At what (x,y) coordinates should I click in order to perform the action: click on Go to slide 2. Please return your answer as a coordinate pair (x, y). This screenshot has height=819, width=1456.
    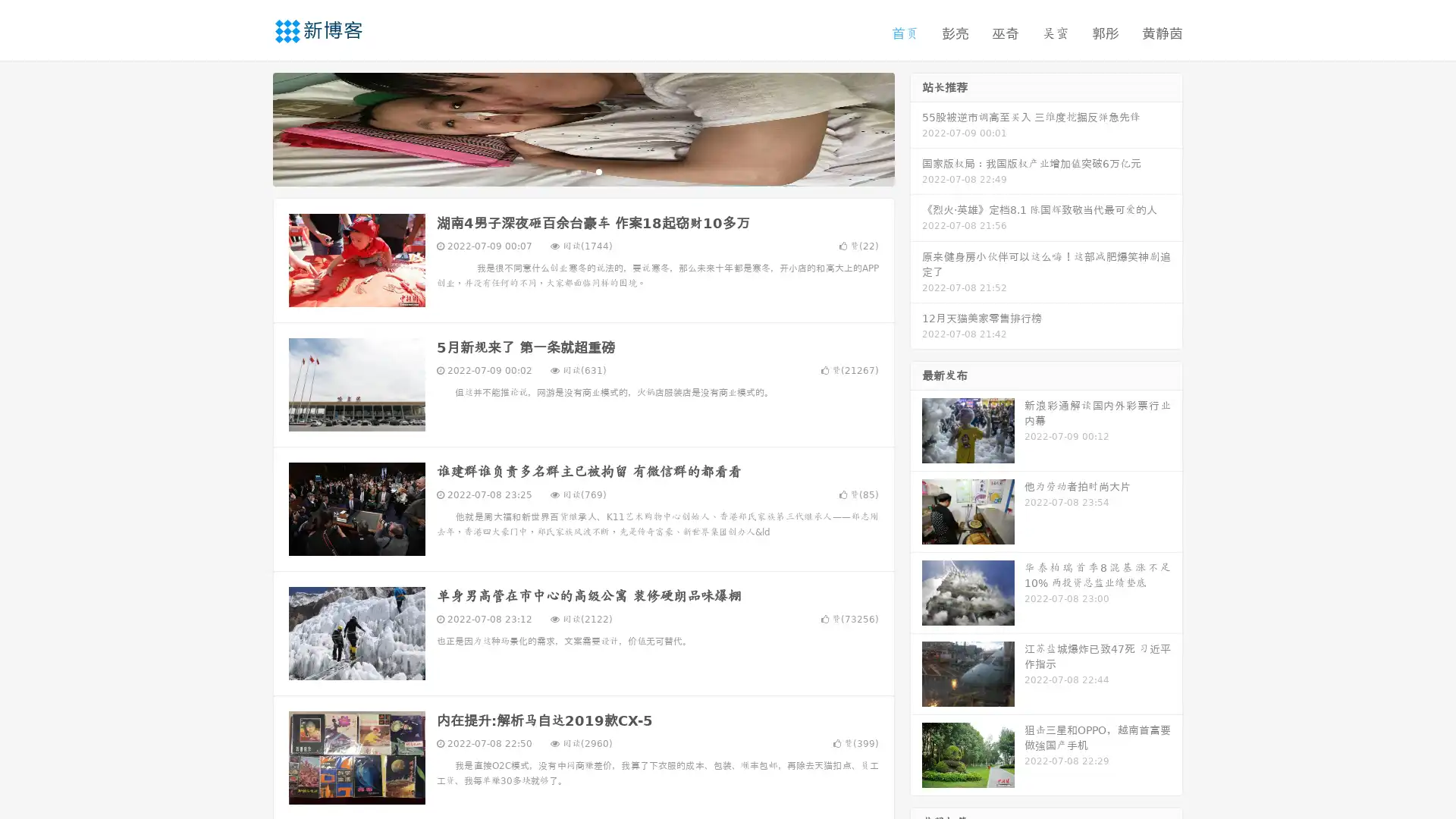
    Looking at the image, I should click on (582, 171).